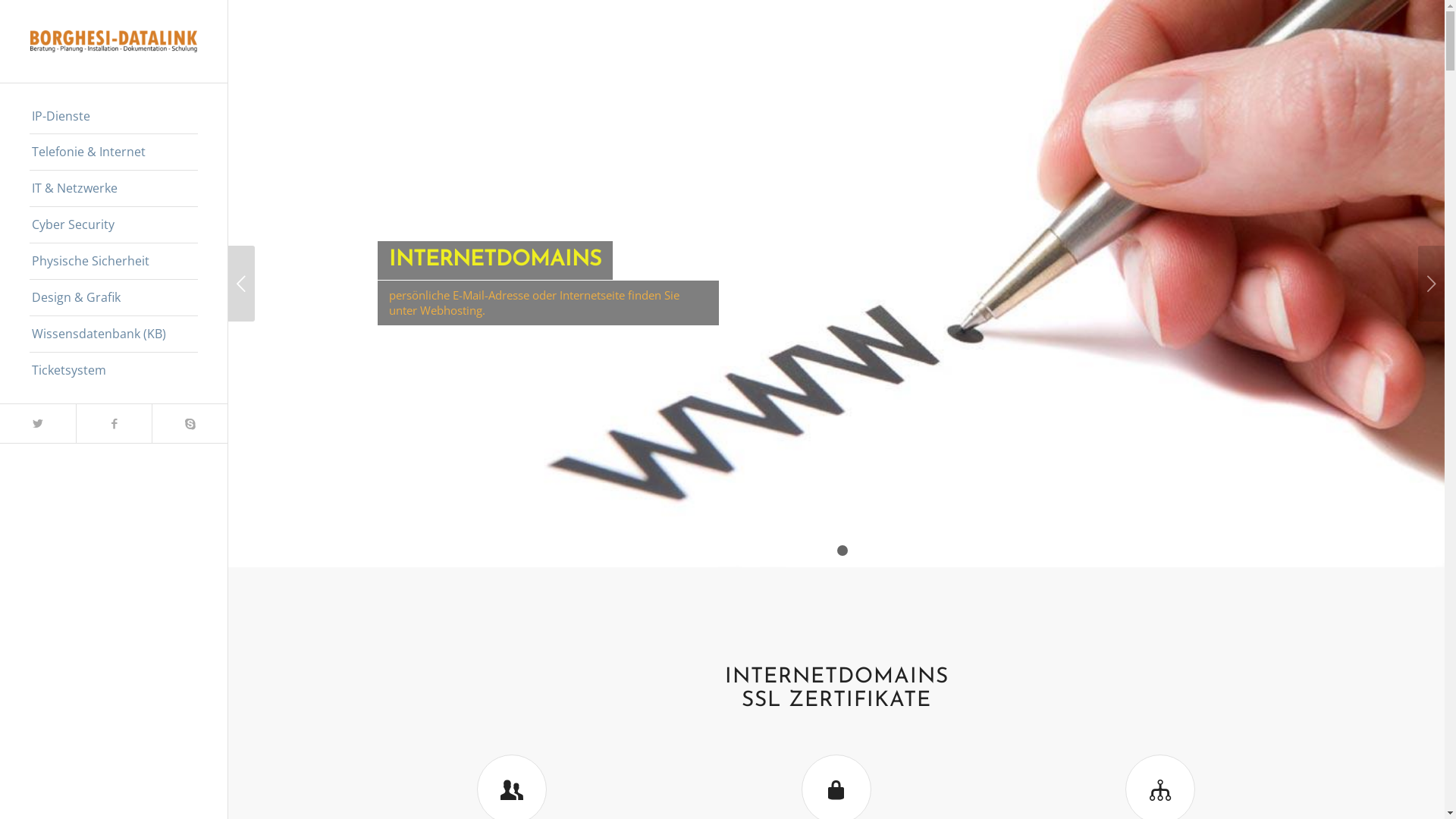 Image resolution: width=1456 pixels, height=819 pixels. Describe the element at coordinates (112, 116) in the screenshot. I see `'IP-Dienste'` at that location.